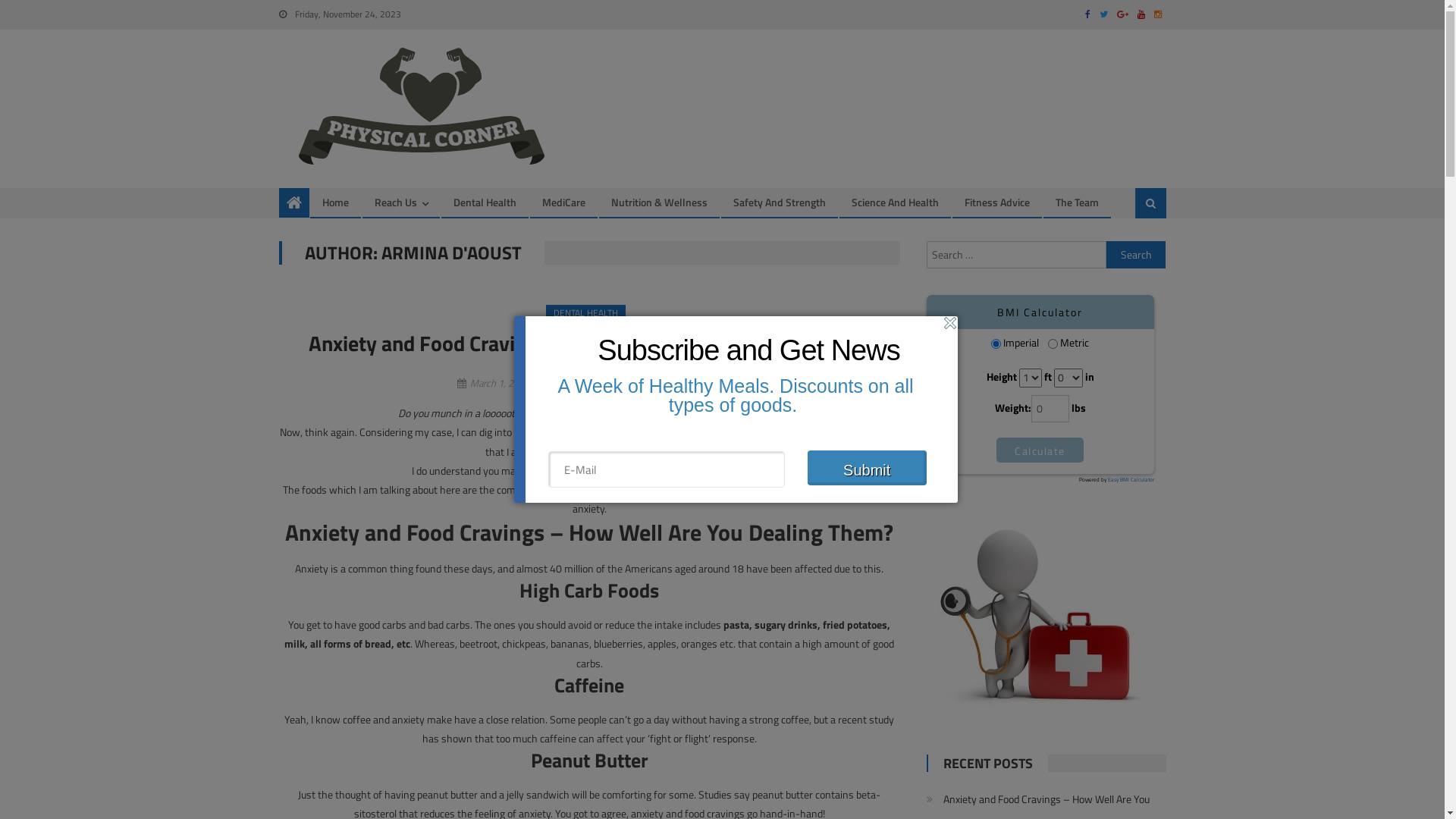  I want to click on 'Reach Us', so click(395, 201).